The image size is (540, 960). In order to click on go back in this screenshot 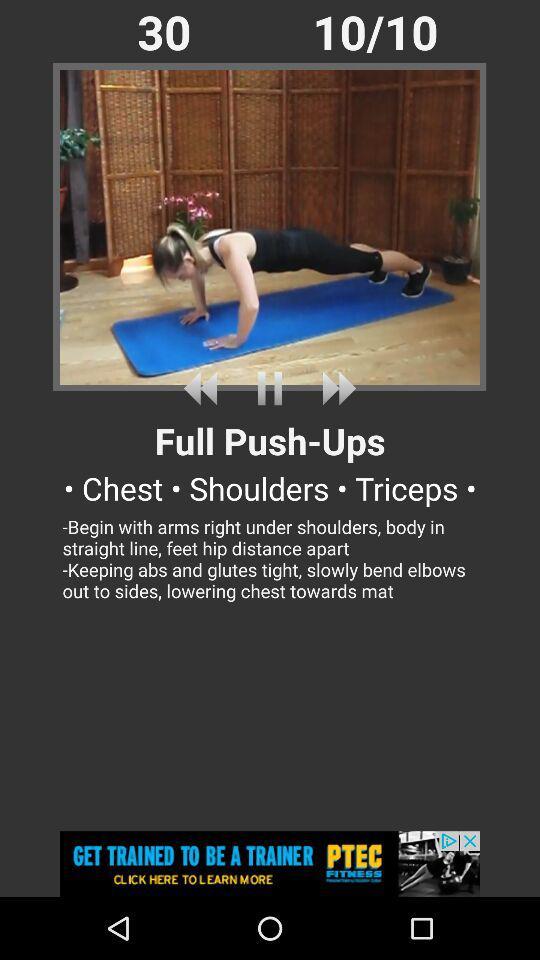, I will do `click(203, 387)`.